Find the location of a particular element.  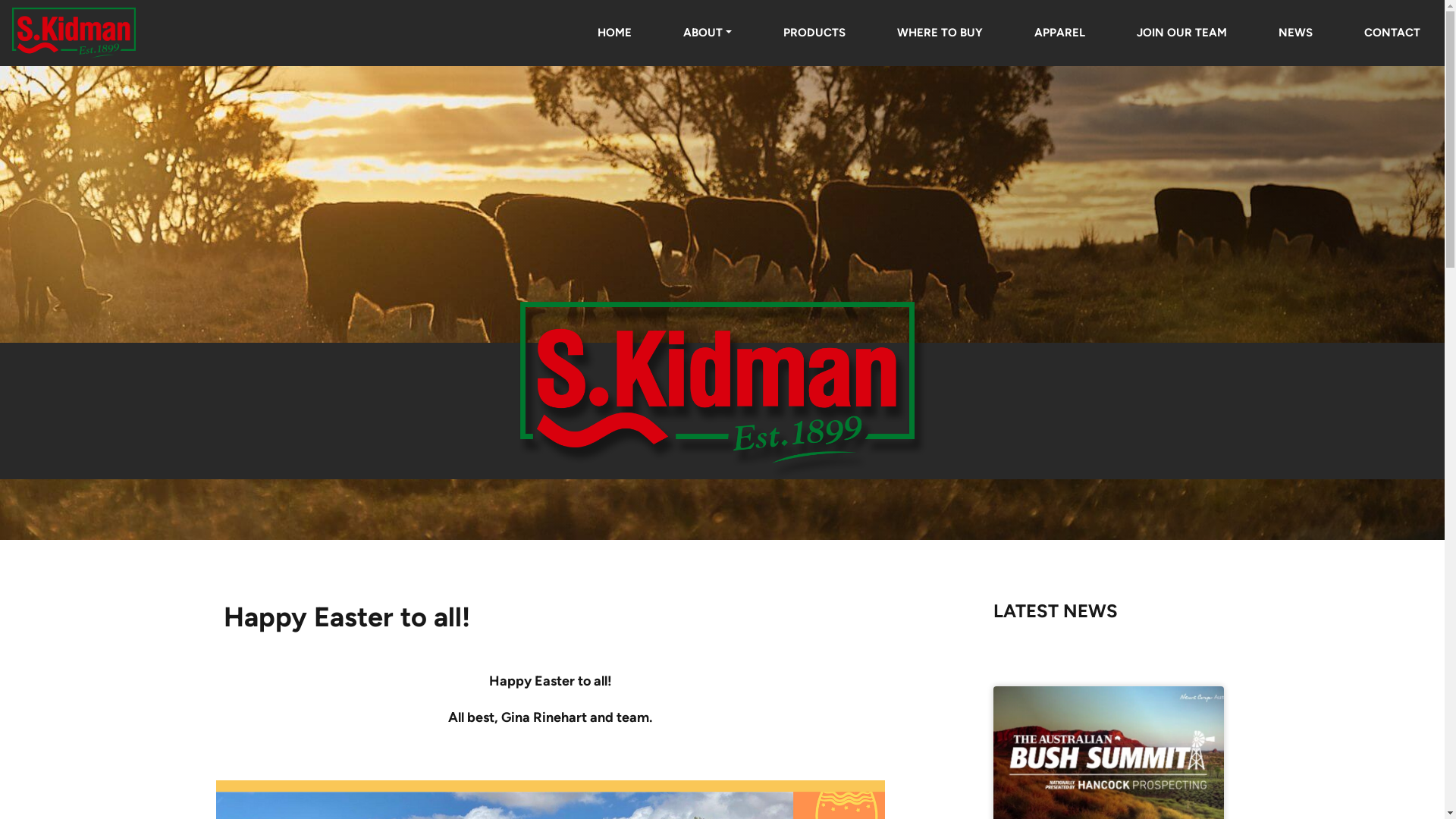

'WHERE TO BUY' is located at coordinates (939, 32).